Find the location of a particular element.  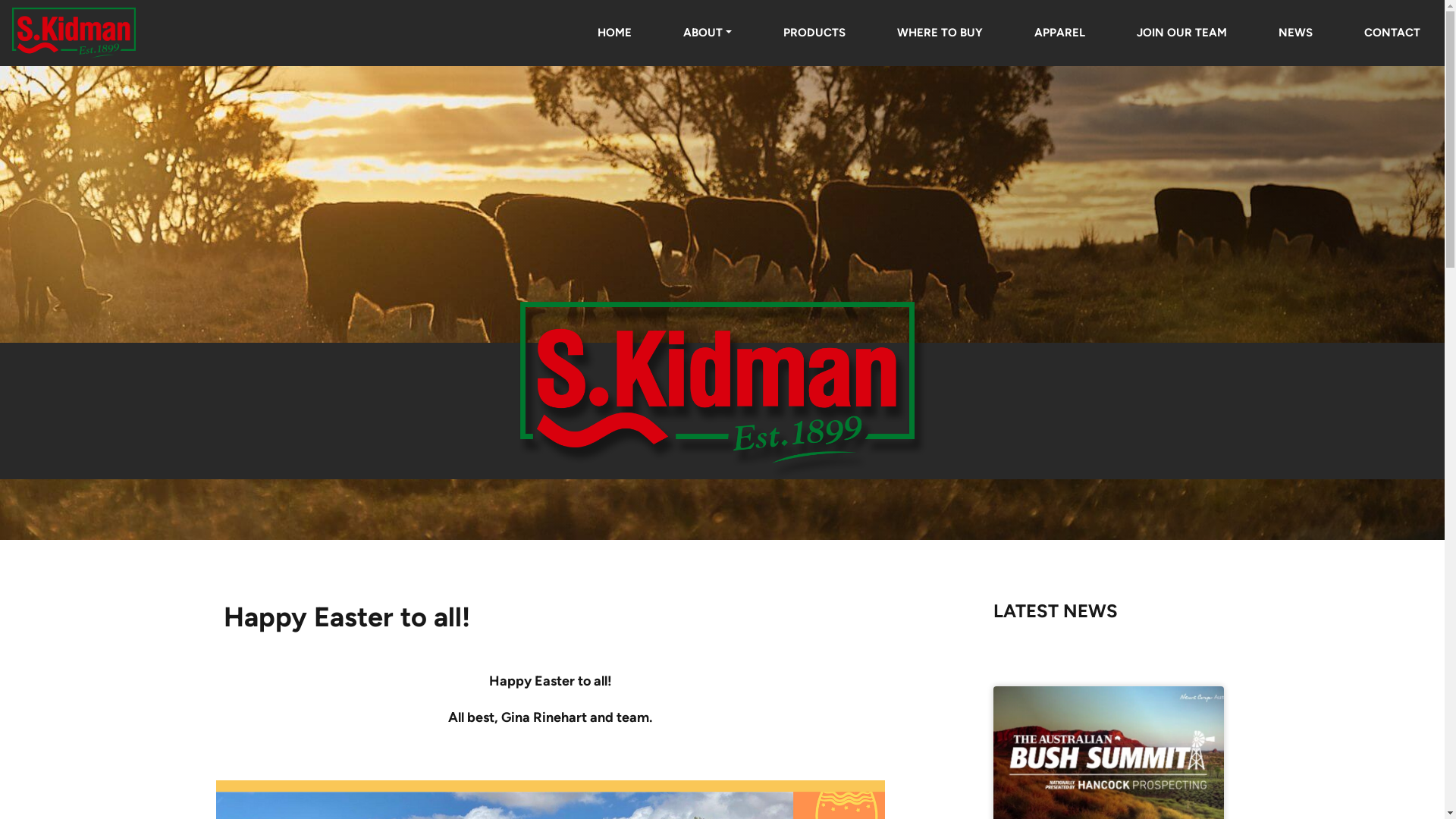

'WHERE TO BUY' is located at coordinates (939, 32).